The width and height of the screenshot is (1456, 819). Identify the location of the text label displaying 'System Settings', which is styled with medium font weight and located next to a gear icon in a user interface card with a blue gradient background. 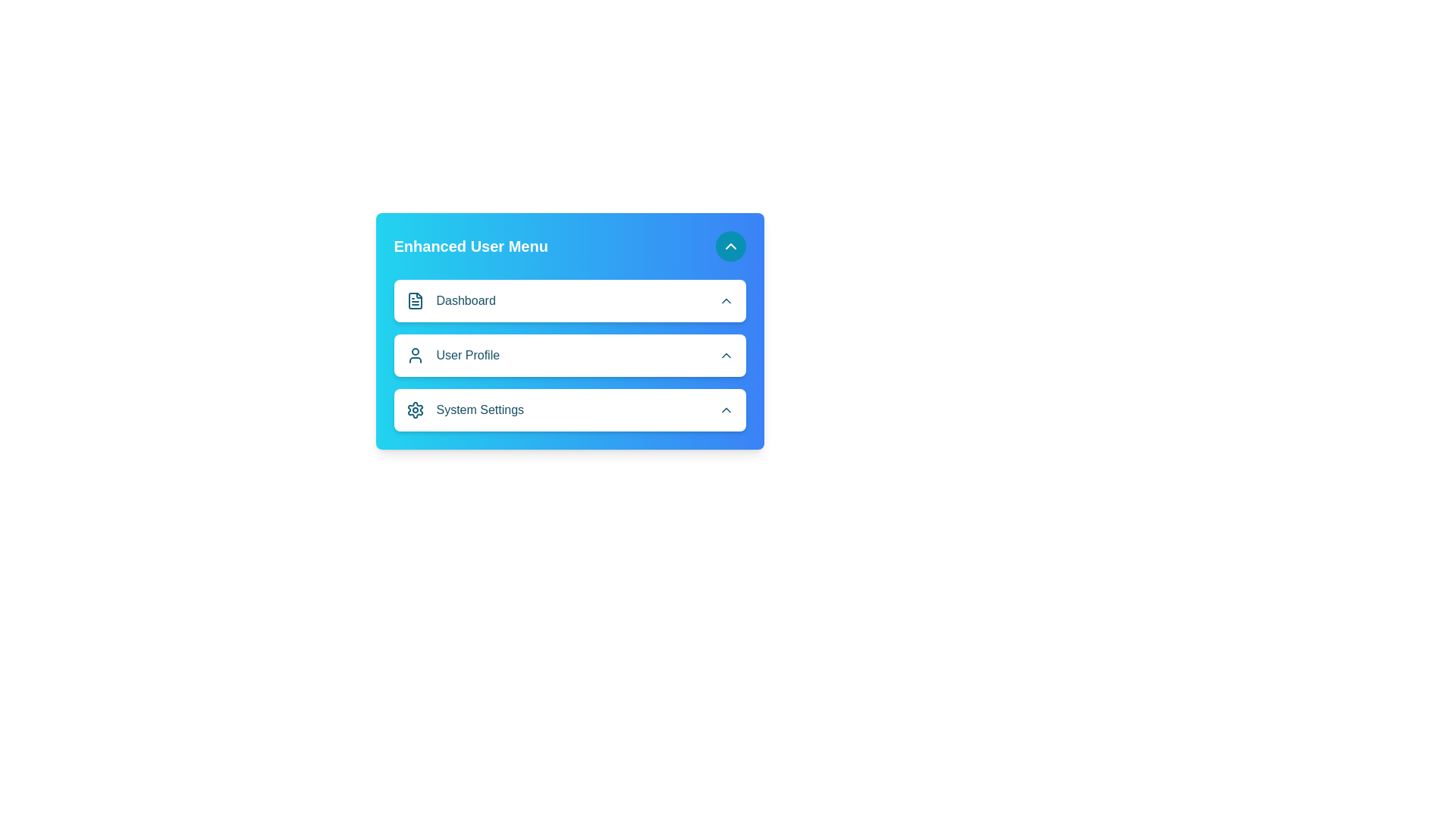
(479, 409).